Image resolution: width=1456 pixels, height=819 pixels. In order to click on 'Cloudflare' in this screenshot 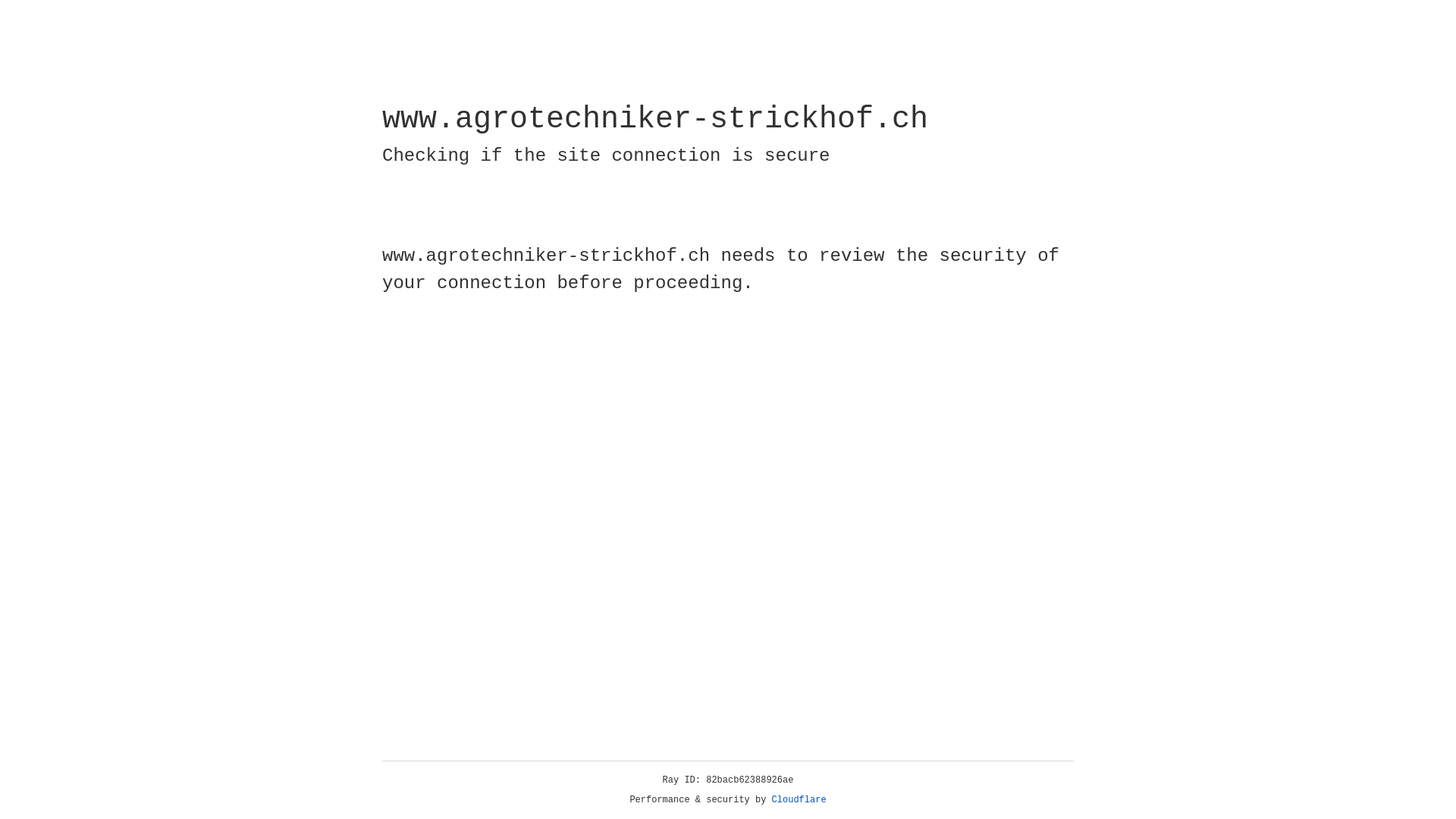, I will do `click(799, 799)`.